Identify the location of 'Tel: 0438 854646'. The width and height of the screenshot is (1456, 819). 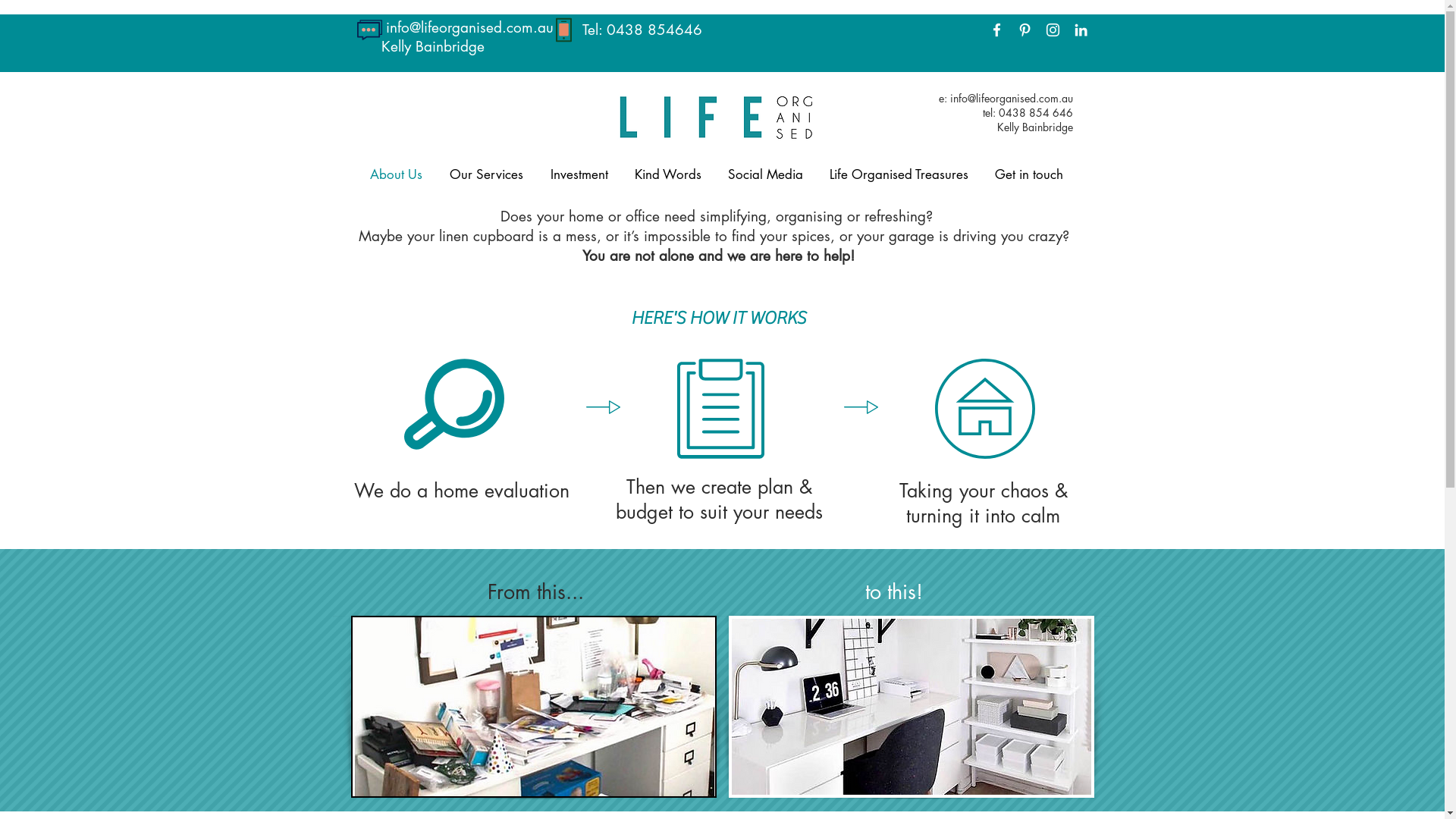
(642, 30).